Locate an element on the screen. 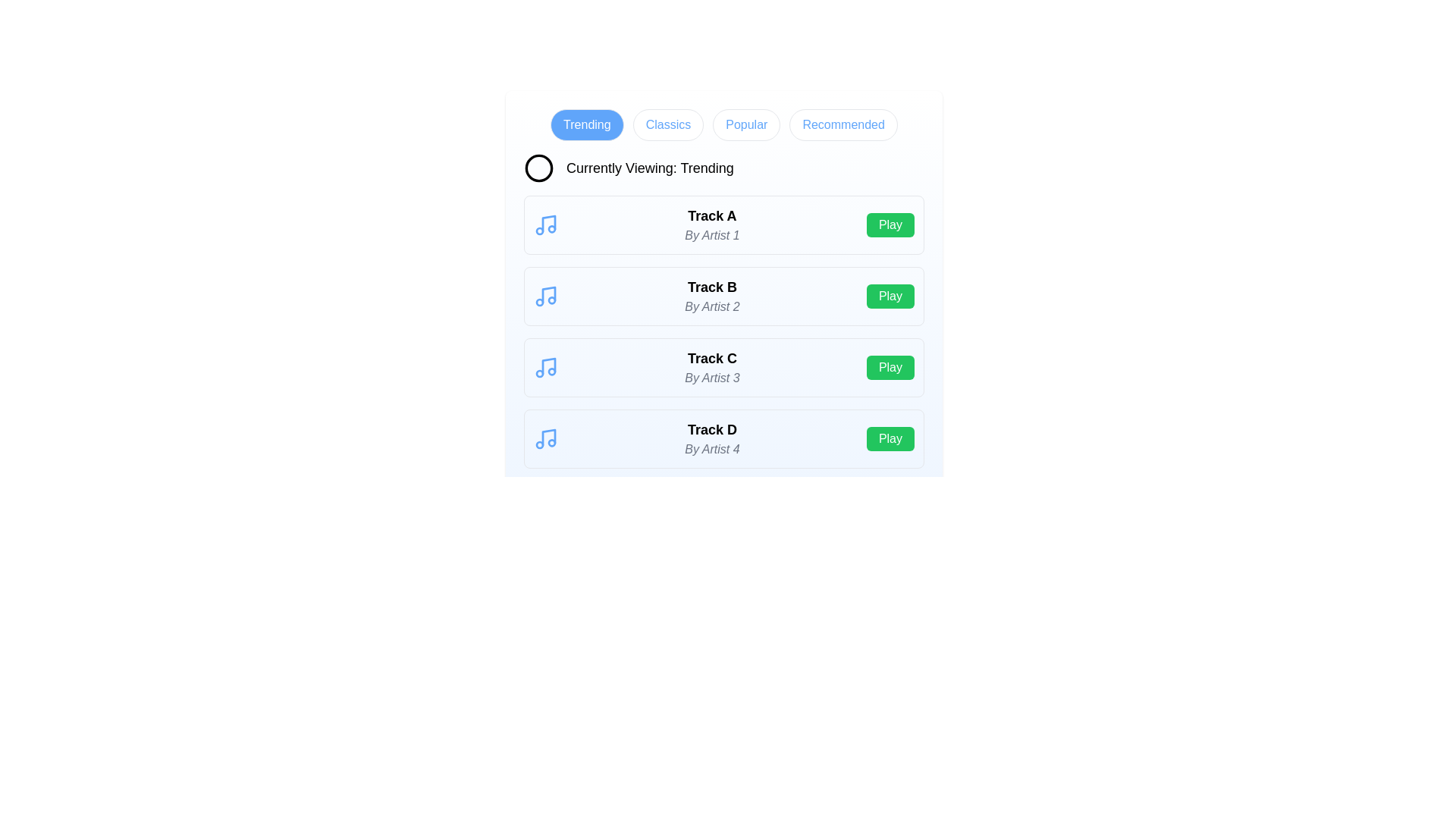 The height and width of the screenshot is (819, 1456). the category Popular by clicking the corresponding button is located at coordinates (746, 124).